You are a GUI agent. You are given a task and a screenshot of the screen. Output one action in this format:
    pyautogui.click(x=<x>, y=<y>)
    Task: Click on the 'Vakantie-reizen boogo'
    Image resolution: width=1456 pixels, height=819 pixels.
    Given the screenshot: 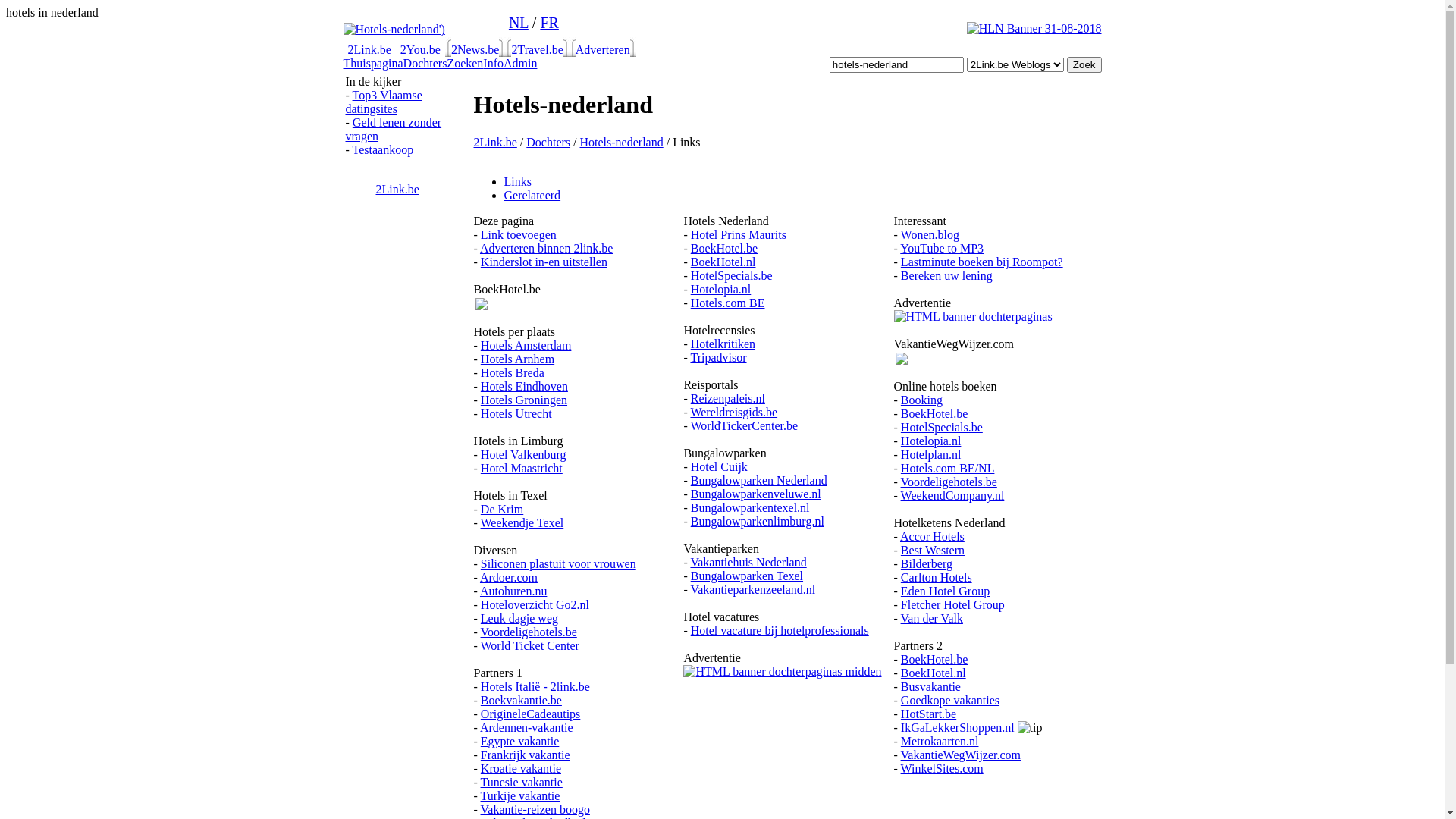 What is the action you would take?
    pyautogui.click(x=535, y=808)
    